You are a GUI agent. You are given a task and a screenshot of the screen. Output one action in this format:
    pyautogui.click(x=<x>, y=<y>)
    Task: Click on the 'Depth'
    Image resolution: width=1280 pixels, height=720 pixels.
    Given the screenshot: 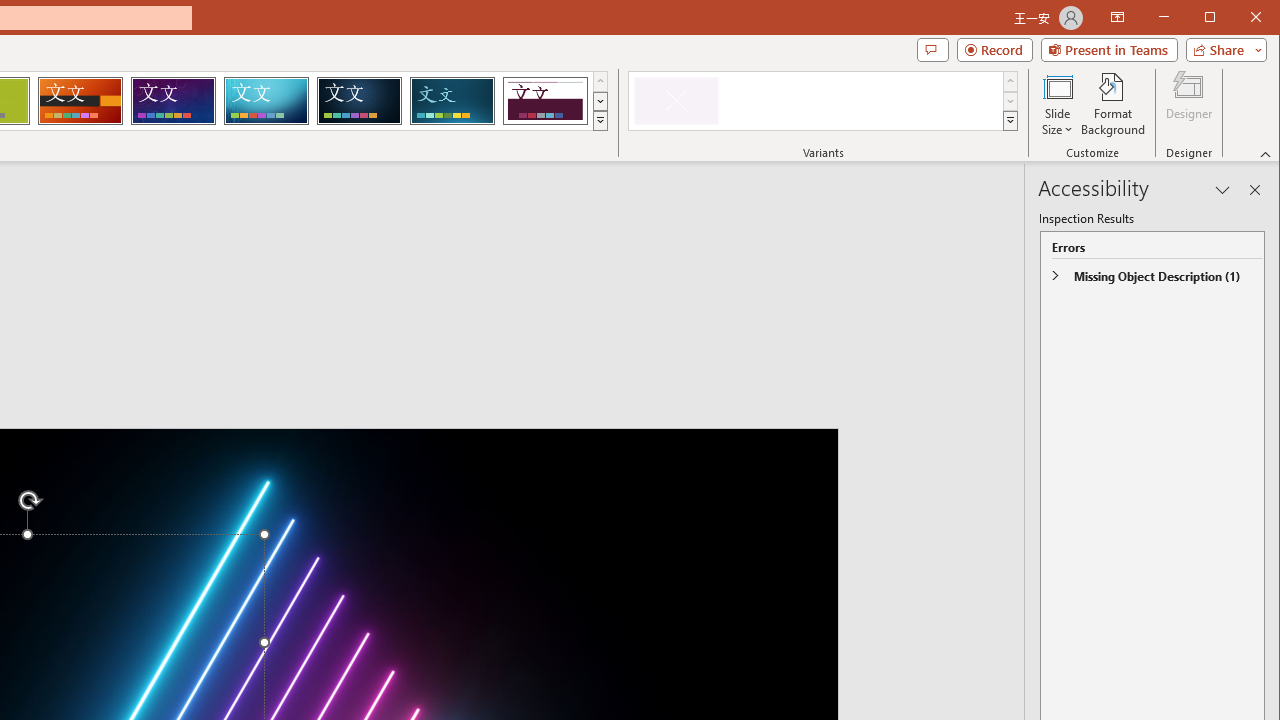 What is the action you would take?
    pyautogui.click(x=451, y=100)
    